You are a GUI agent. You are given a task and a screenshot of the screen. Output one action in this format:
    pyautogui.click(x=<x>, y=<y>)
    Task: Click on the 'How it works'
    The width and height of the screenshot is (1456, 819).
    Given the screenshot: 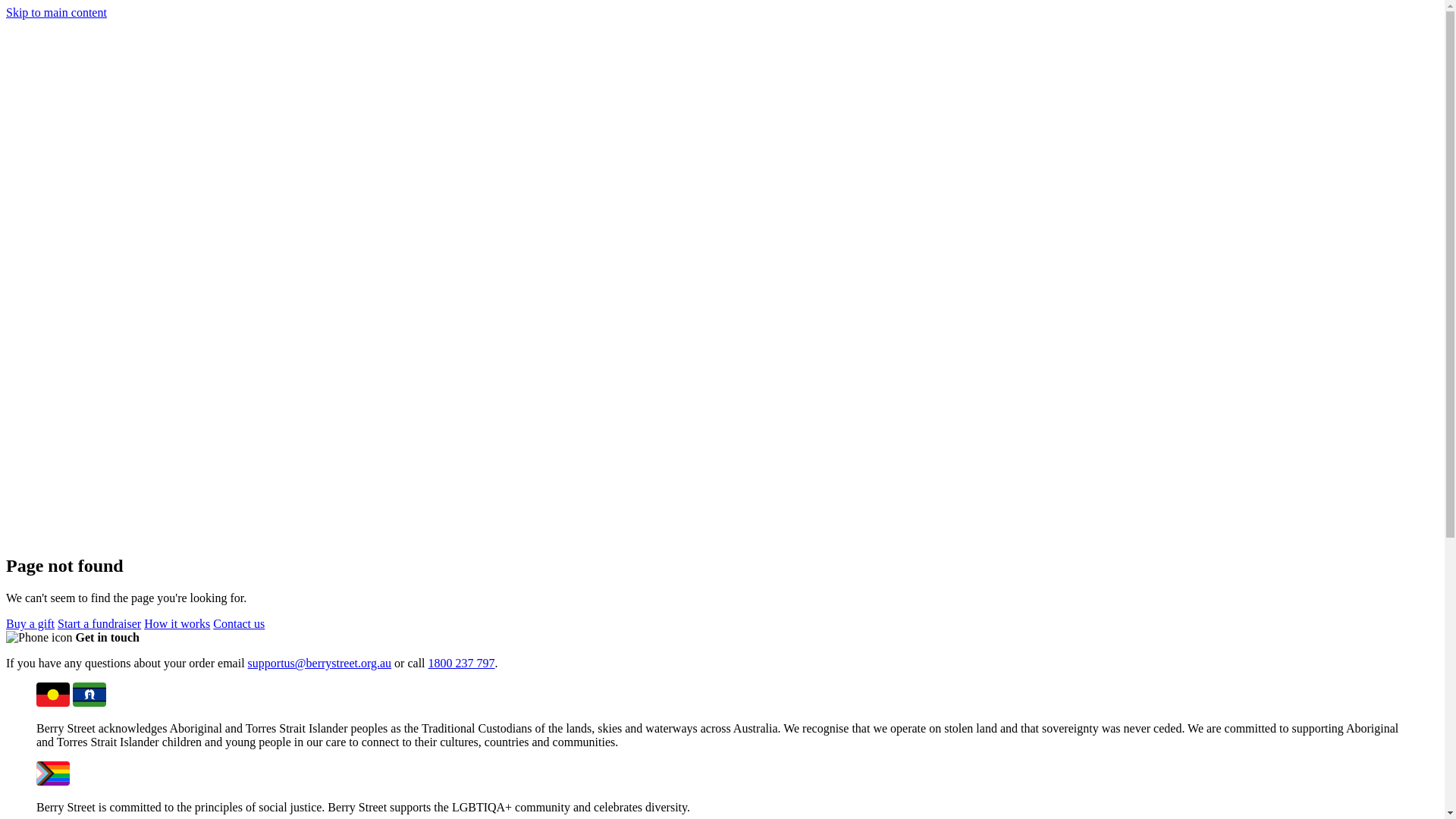 What is the action you would take?
    pyautogui.click(x=177, y=623)
    